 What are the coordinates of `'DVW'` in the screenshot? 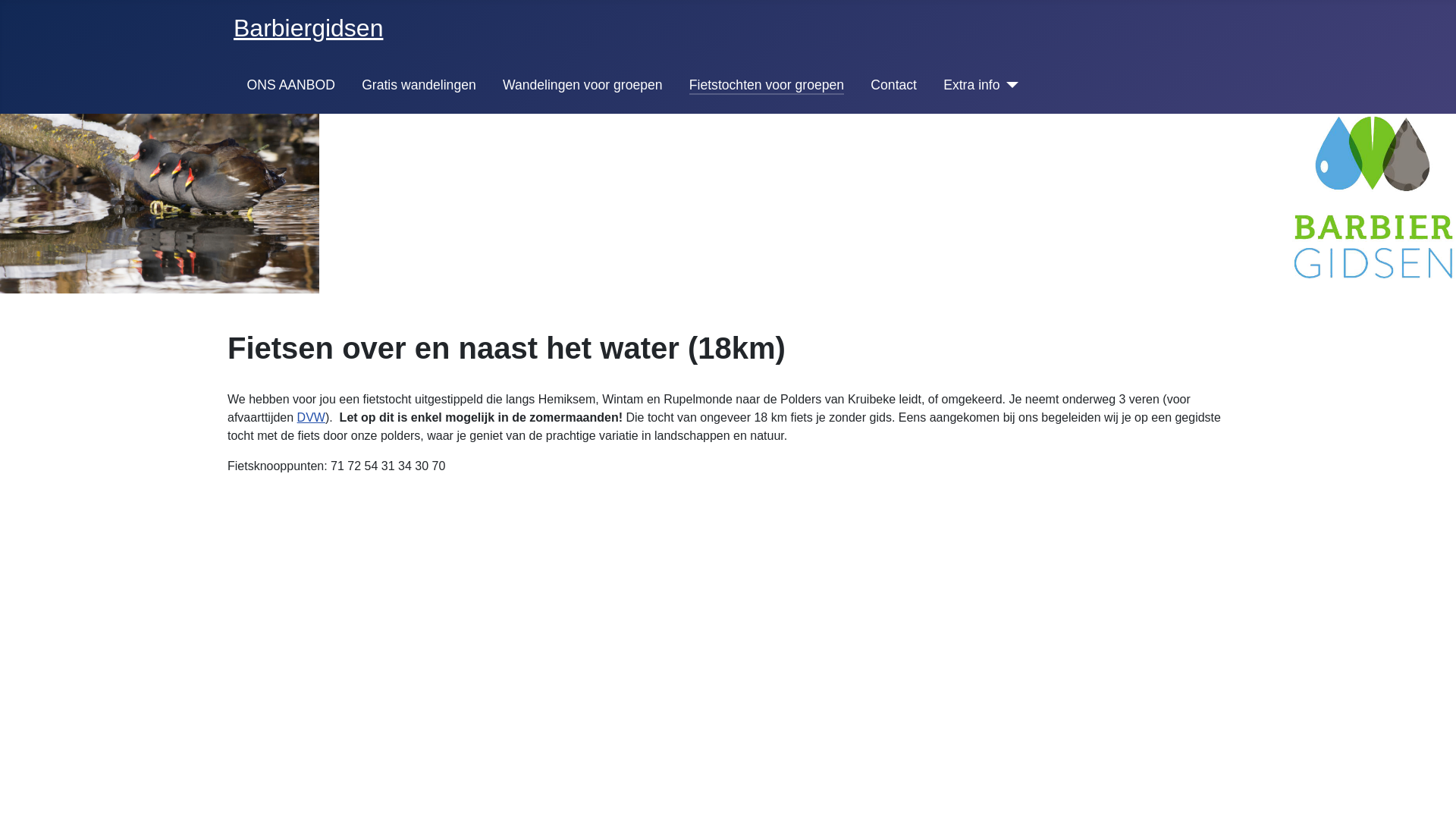 It's located at (310, 417).